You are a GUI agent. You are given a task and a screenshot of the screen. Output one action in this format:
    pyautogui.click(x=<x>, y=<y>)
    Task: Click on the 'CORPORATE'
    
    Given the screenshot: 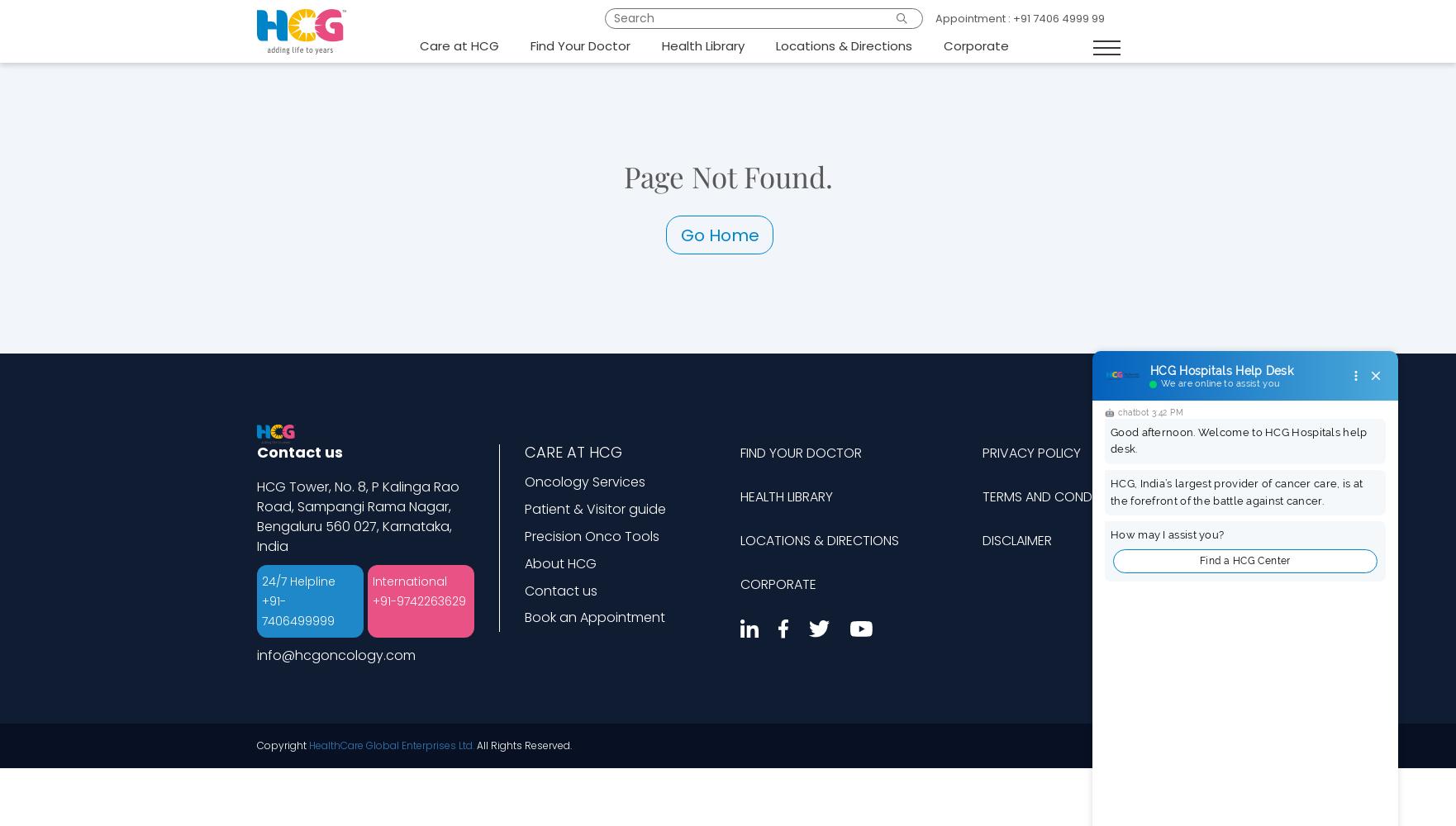 What is the action you would take?
    pyautogui.click(x=778, y=582)
    